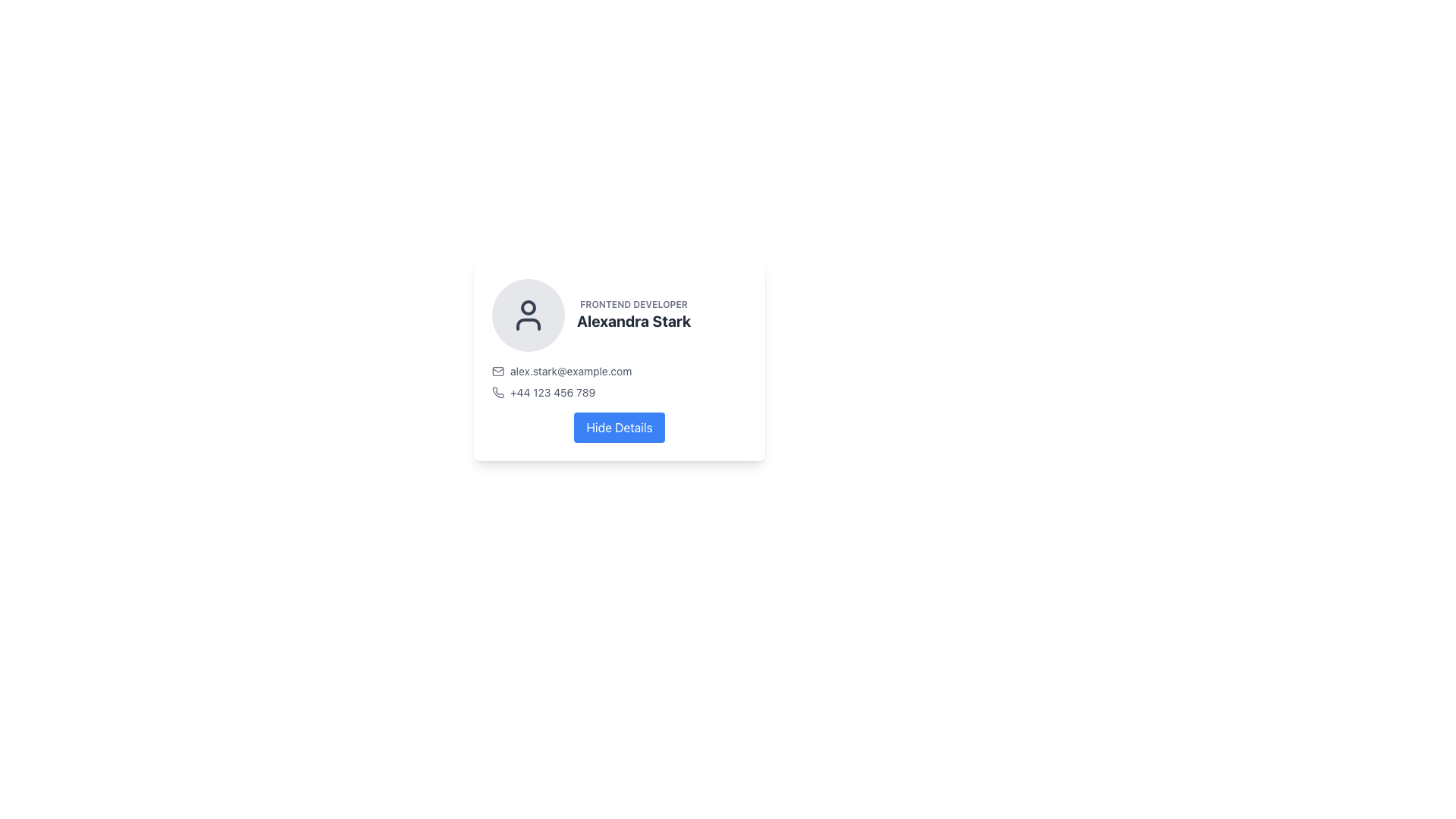  I want to click on the 'Hide Details' button located at the bottom center of the card layout, so click(619, 427).